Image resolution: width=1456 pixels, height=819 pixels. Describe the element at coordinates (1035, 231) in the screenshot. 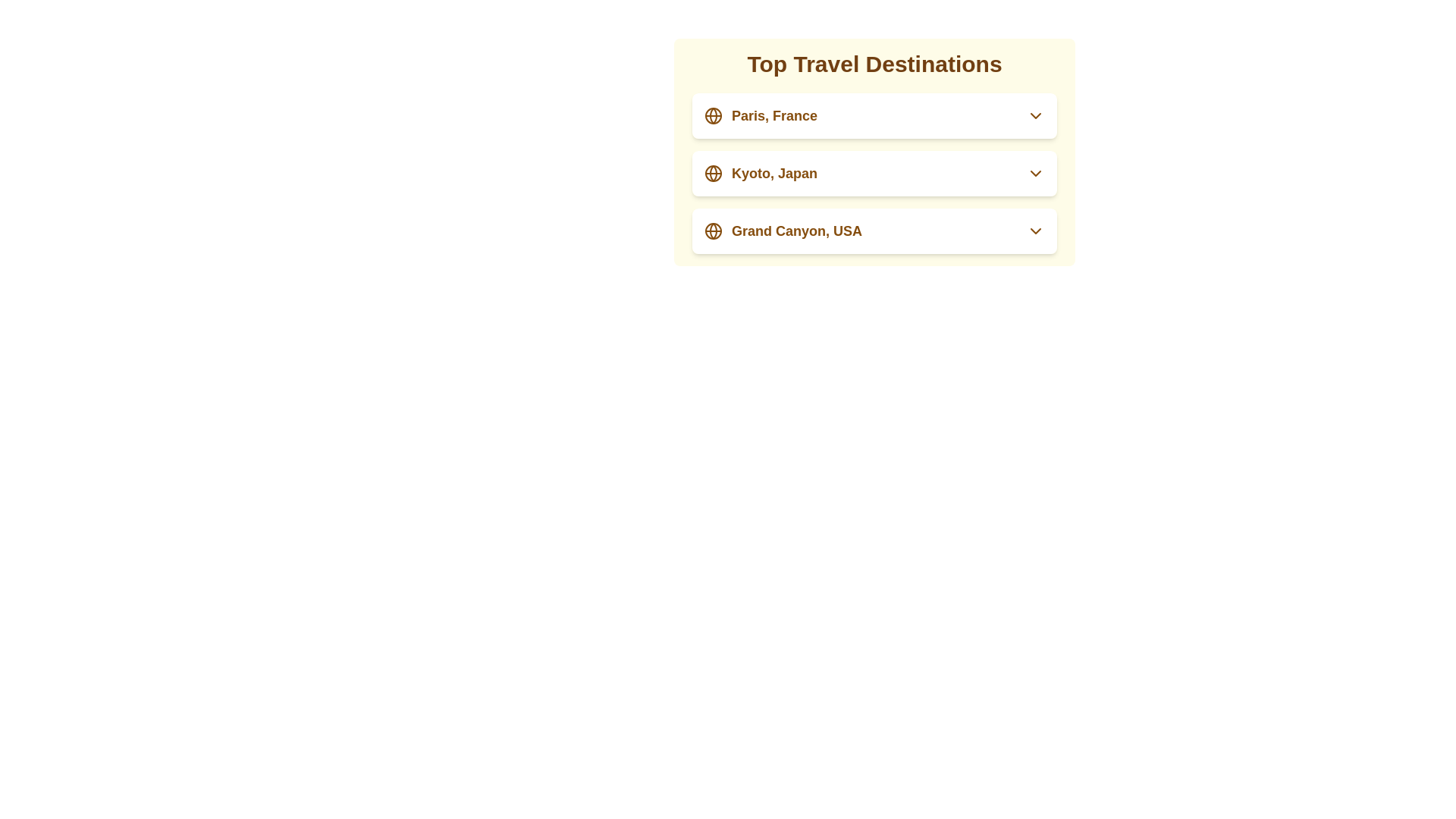

I see `the downward-facing chevron SVG icon located to the far-right of the 'Grand Canyon, USA' text in the third row of the 'Top Travel Destinations' list to trigger visual feedback` at that location.